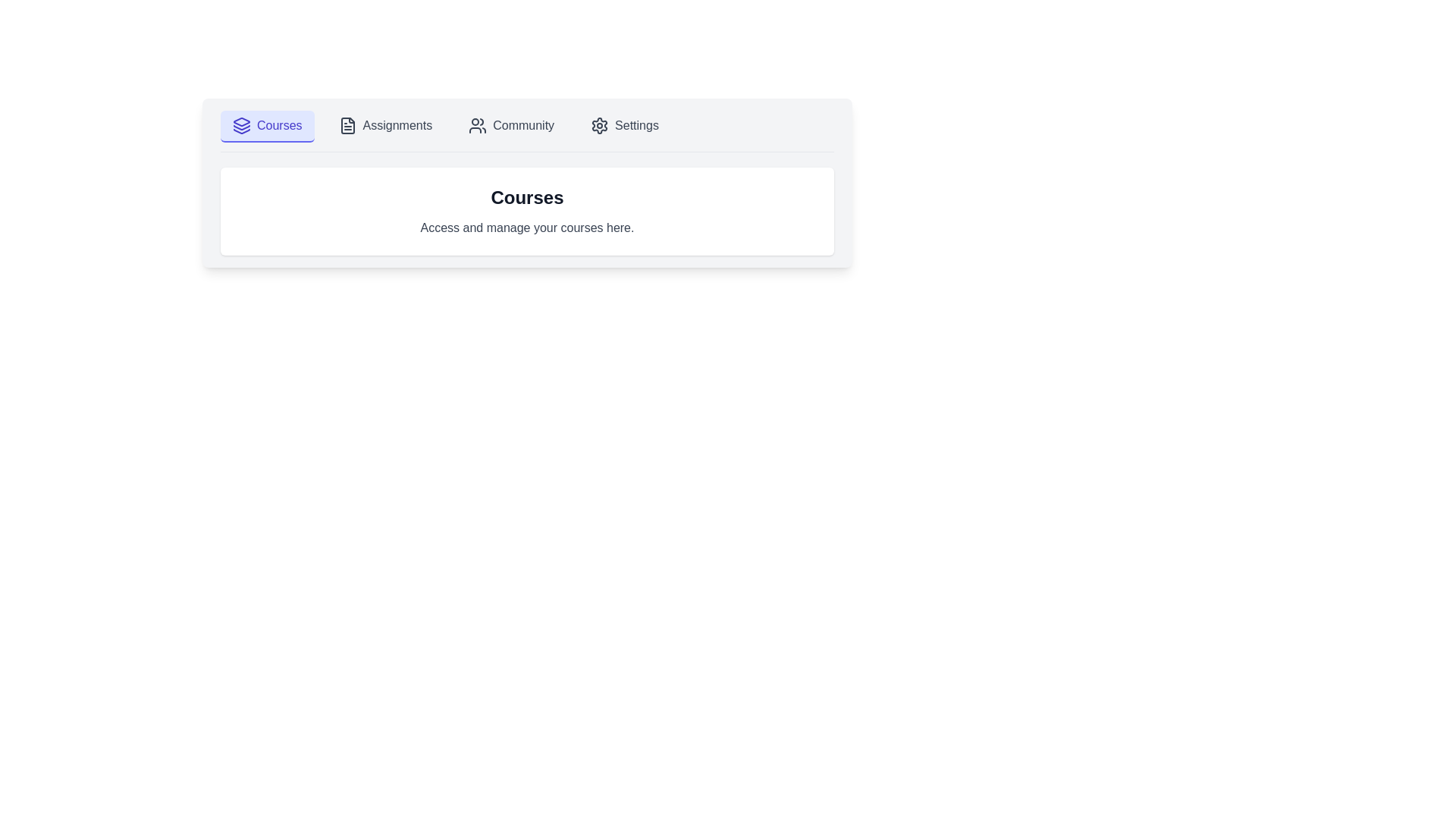 The width and height of the screenshot is (1456, 819). What do you see at coordinates (599, 124) in the screenshot?
I see `the leftmost icon within the 'Settings' button in the top navigation bar, which is positioned to the left of the text 'Settings'` at bounding box center [599, 124].